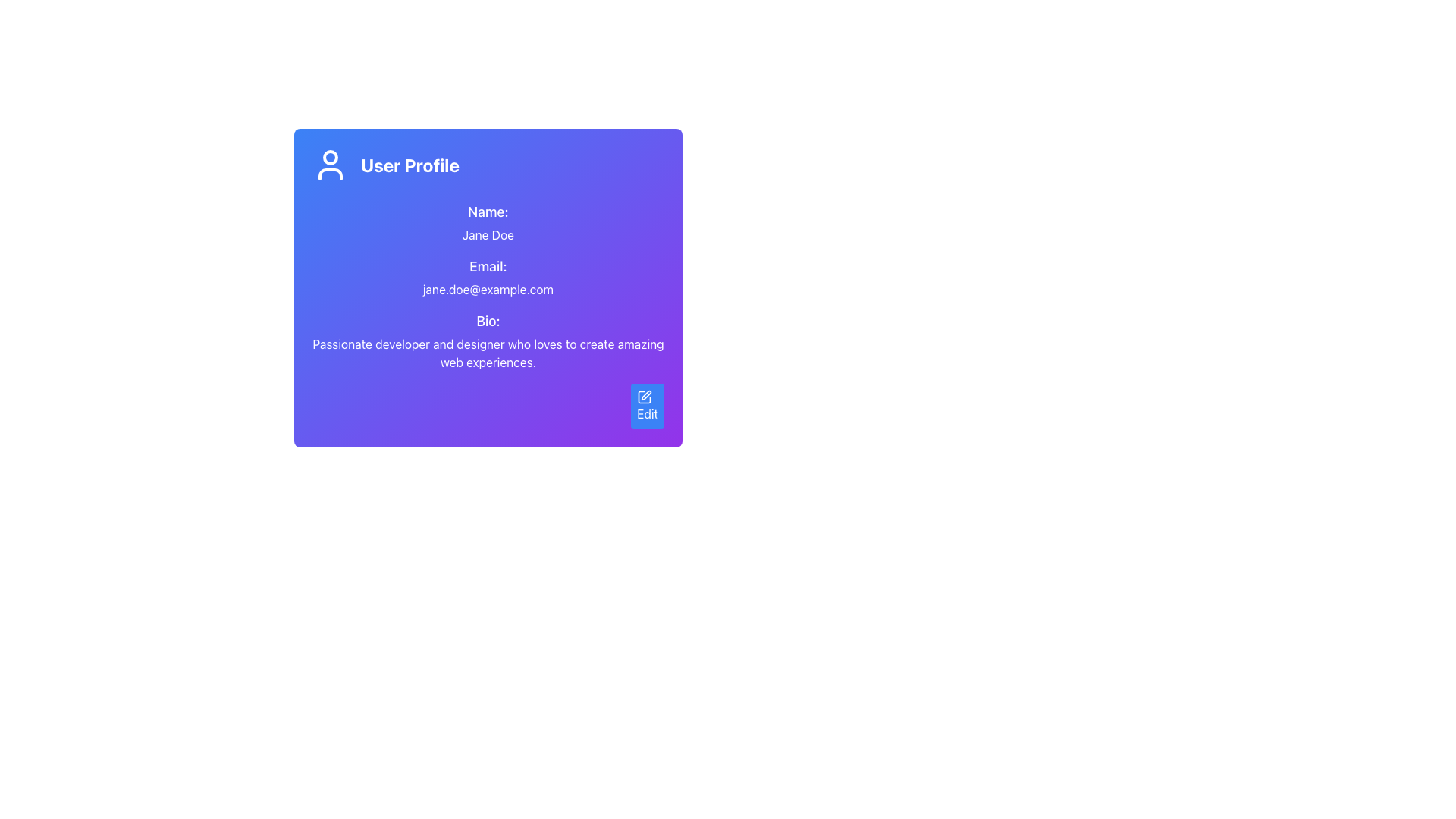 Image resolution: width=1456 pixels, height=819 pixels. What do you see at coordinates (488, 353) in the screenshot?
I see `the static text element providing the user's biography located under the 'Bio:' label in the user profile section` at bounding box center [488, 353].